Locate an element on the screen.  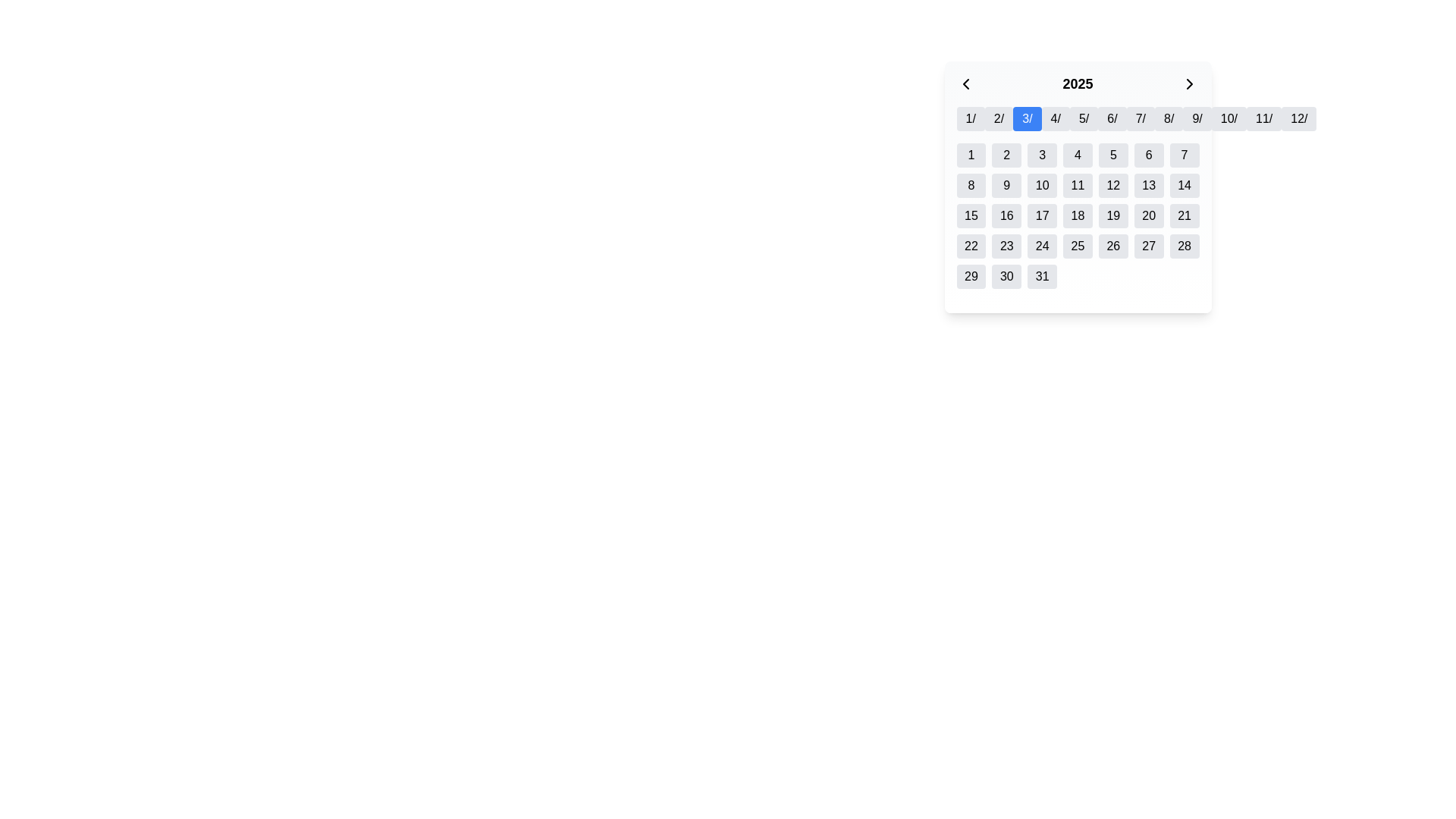
the 23rd day of the currently displayed month in the calendar by pressing it using keyboard navigation is located at coordinates (1006, 245).